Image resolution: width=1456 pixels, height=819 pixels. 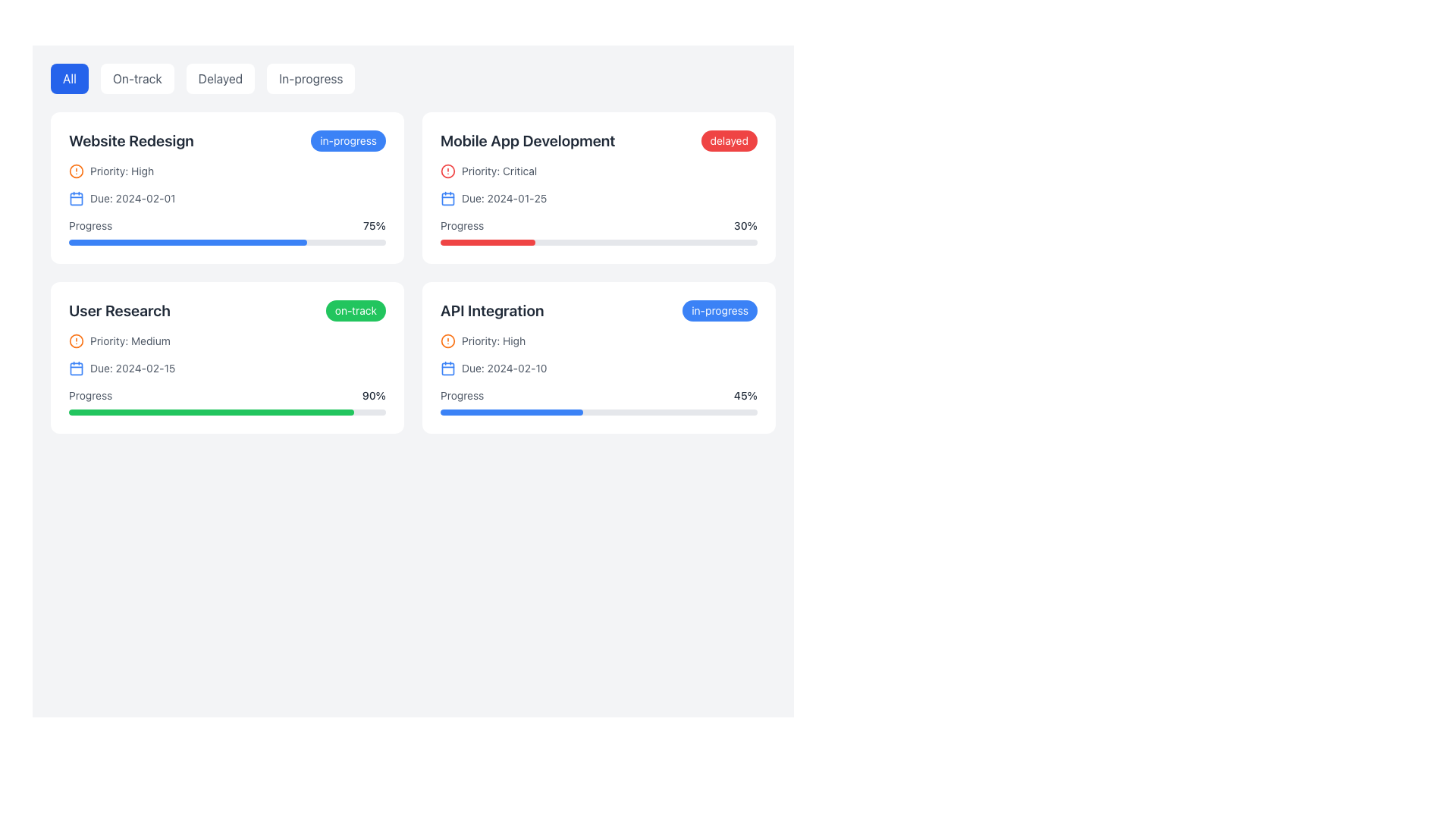 I want to click on the Progress bar segment within the 'User Research' task card, which represents approximately 90% completion, so click(x=211, y=412).